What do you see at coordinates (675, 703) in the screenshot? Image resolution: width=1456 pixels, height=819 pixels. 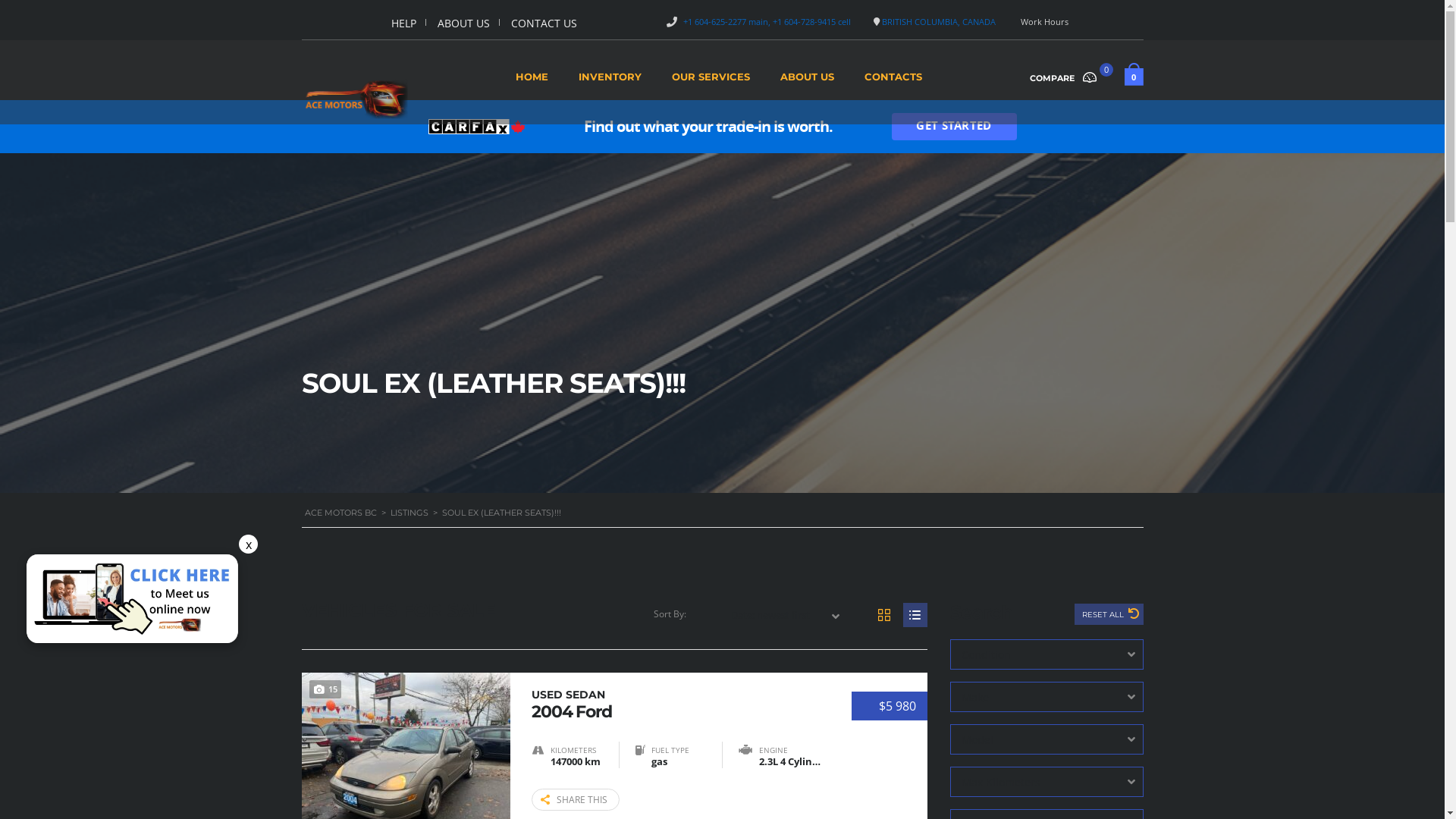 I see `'USED SEDAN` at bounding box center [675, 703].